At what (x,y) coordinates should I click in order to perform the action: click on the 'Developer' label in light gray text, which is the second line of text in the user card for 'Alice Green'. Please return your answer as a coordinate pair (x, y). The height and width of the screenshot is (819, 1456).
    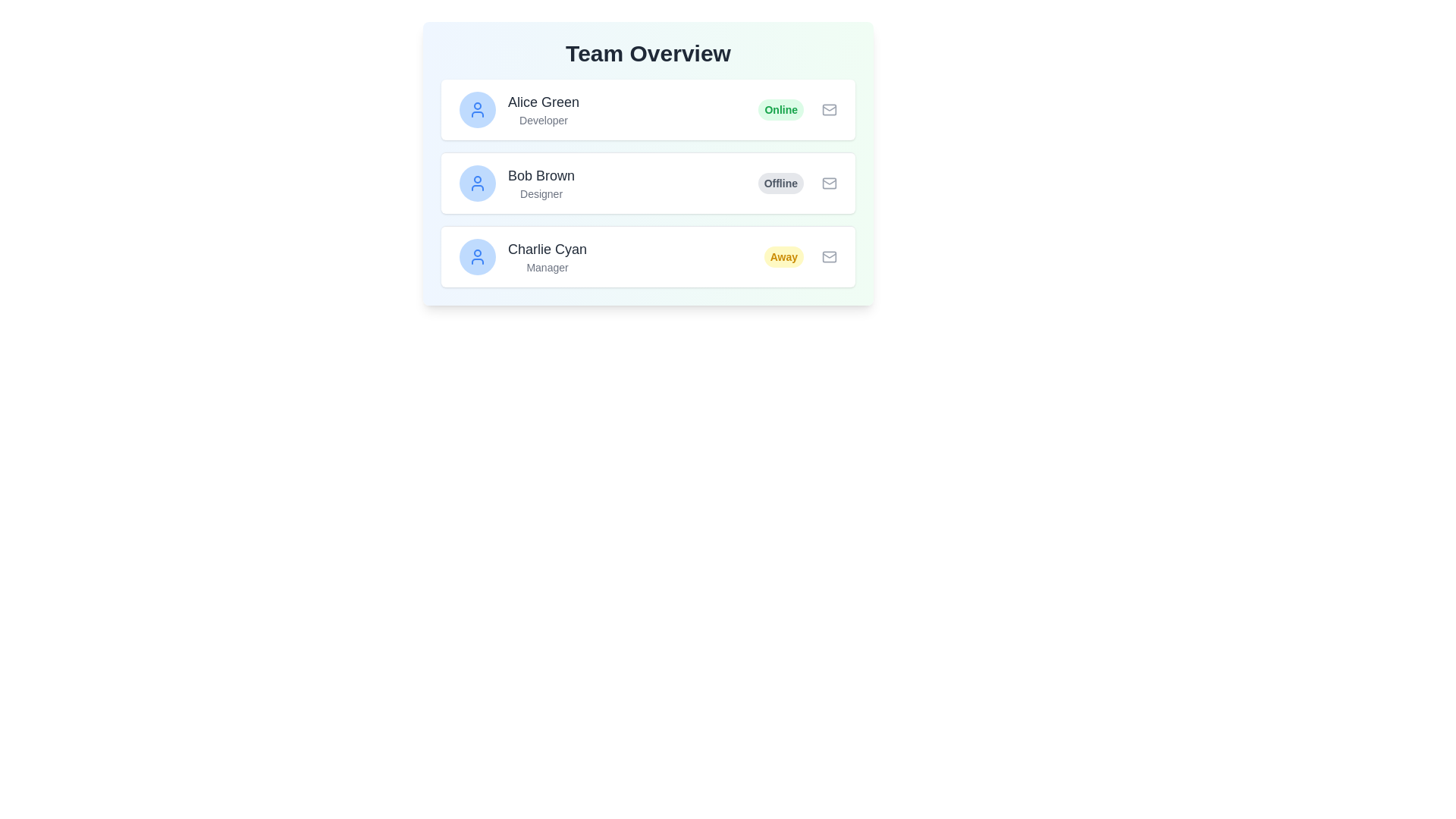
    Looking at the image, I should click on (543, 119).